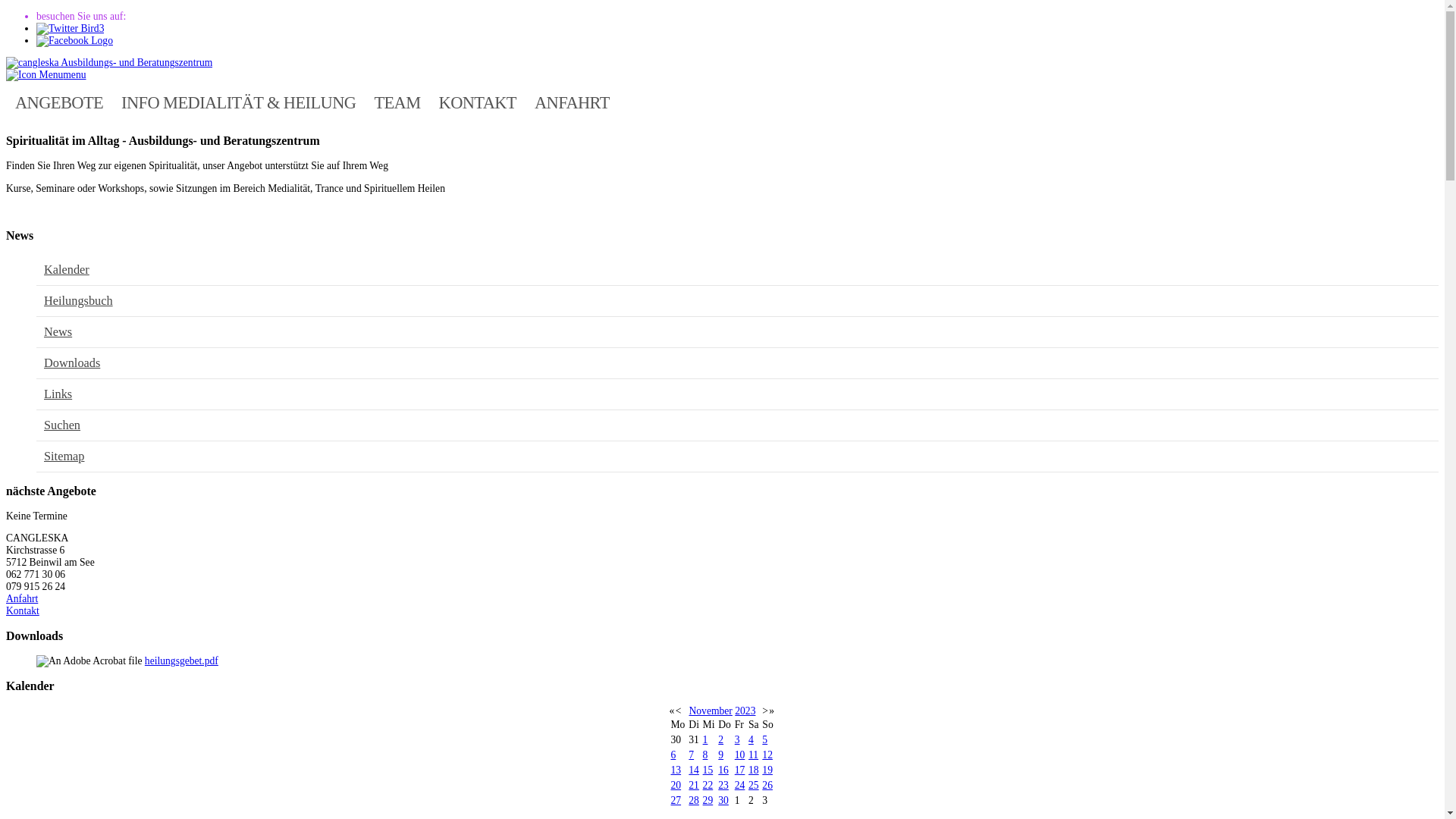  I want to click on '17', so click(735, 770).